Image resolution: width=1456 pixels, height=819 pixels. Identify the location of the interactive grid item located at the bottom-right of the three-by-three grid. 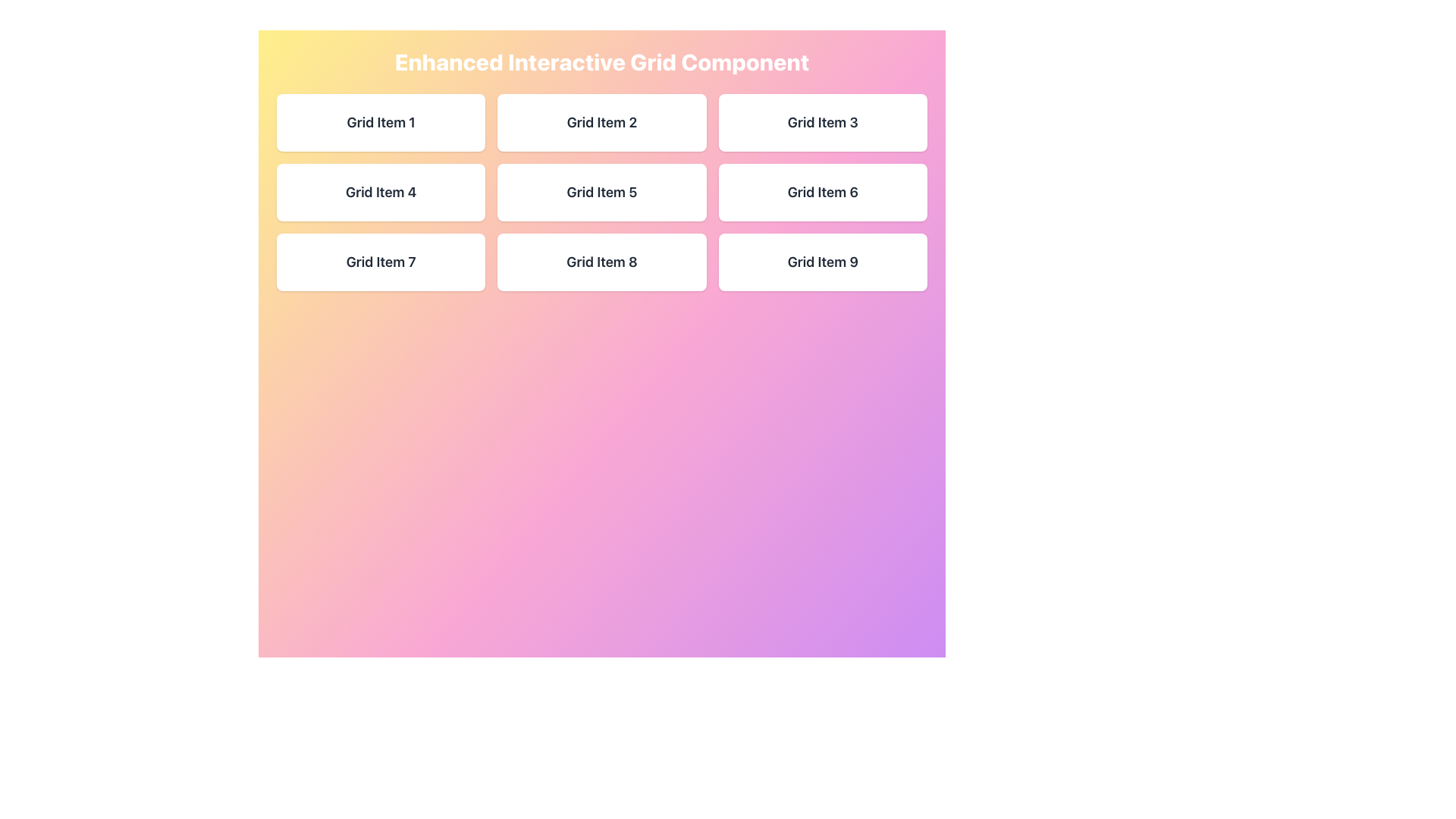
(822, 262).